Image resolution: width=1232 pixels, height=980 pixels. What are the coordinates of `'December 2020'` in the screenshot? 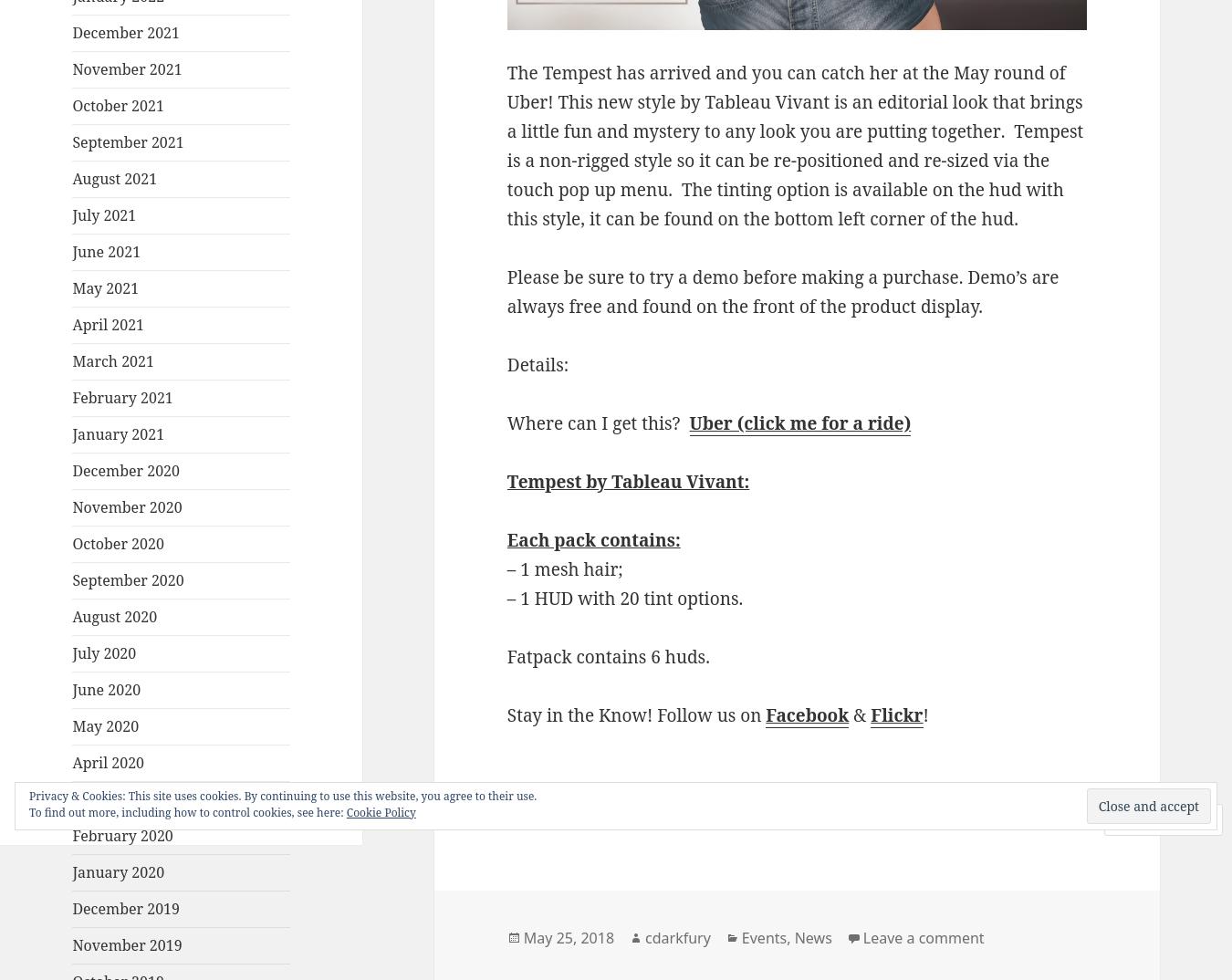 It's located at (125, 470).